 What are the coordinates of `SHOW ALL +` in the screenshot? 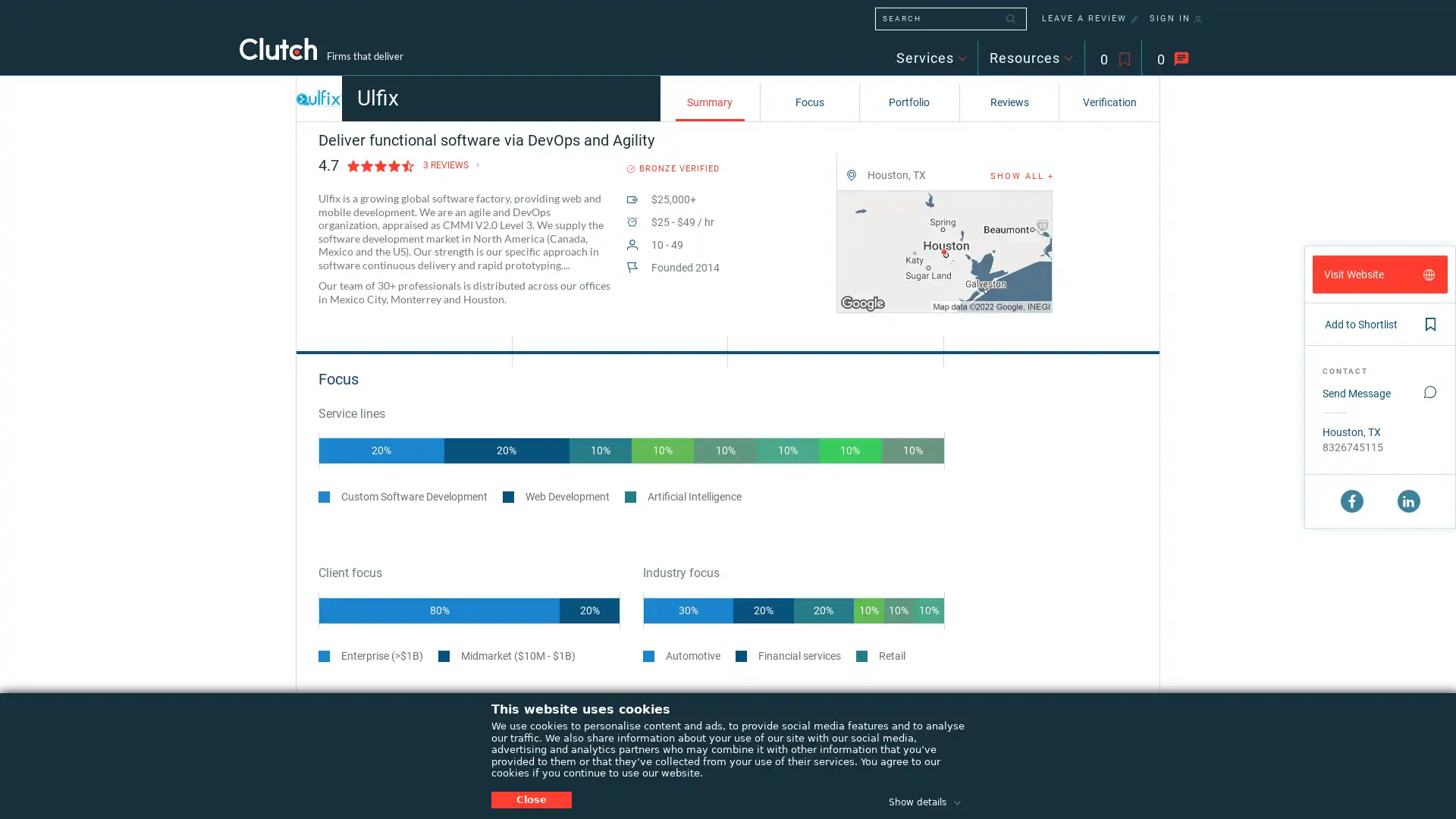 It's located at (1020, 174).